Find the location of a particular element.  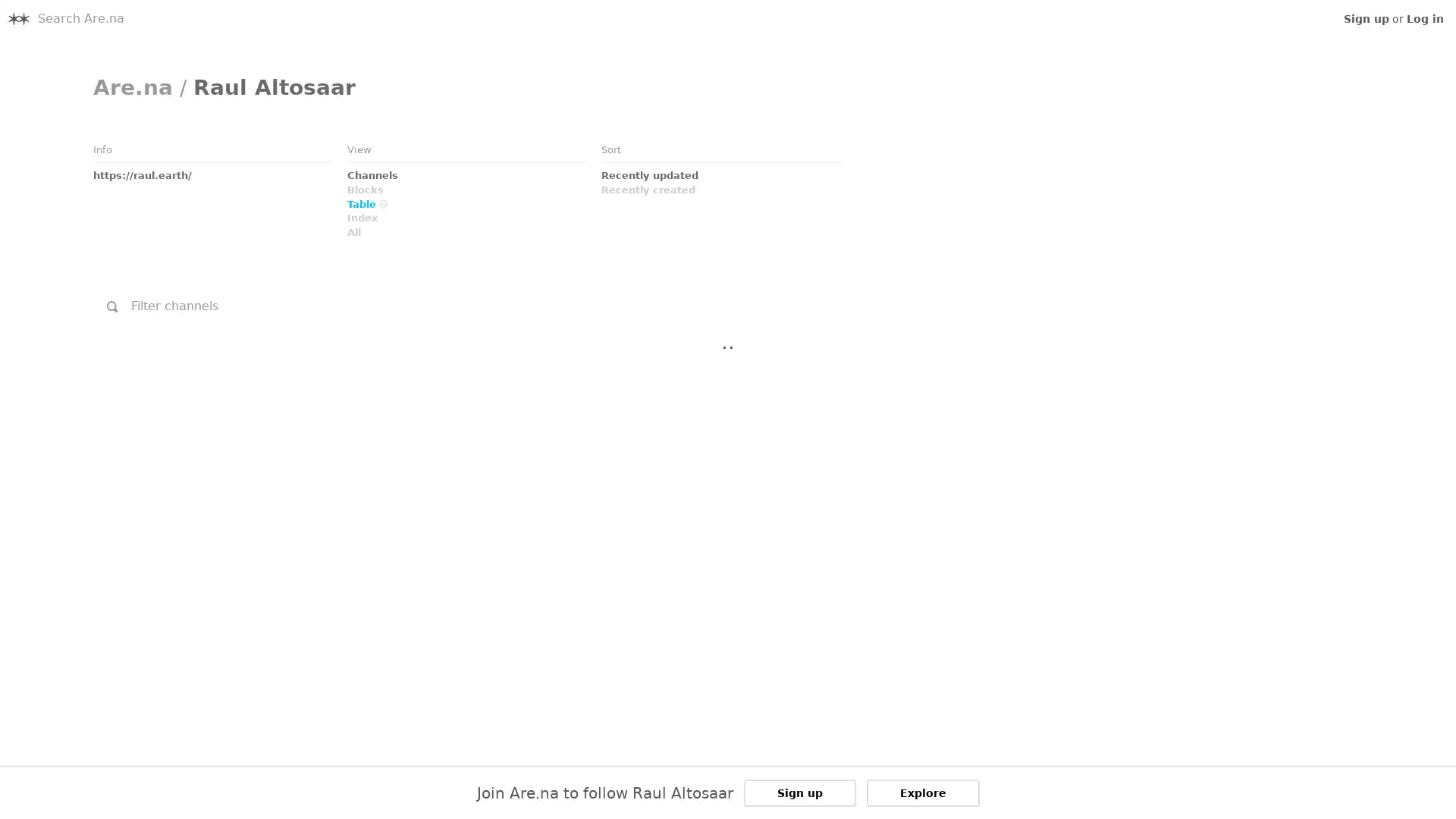

Link to Link: Scrapbook  Sean Meehan is located at coordinates (1228, 451).